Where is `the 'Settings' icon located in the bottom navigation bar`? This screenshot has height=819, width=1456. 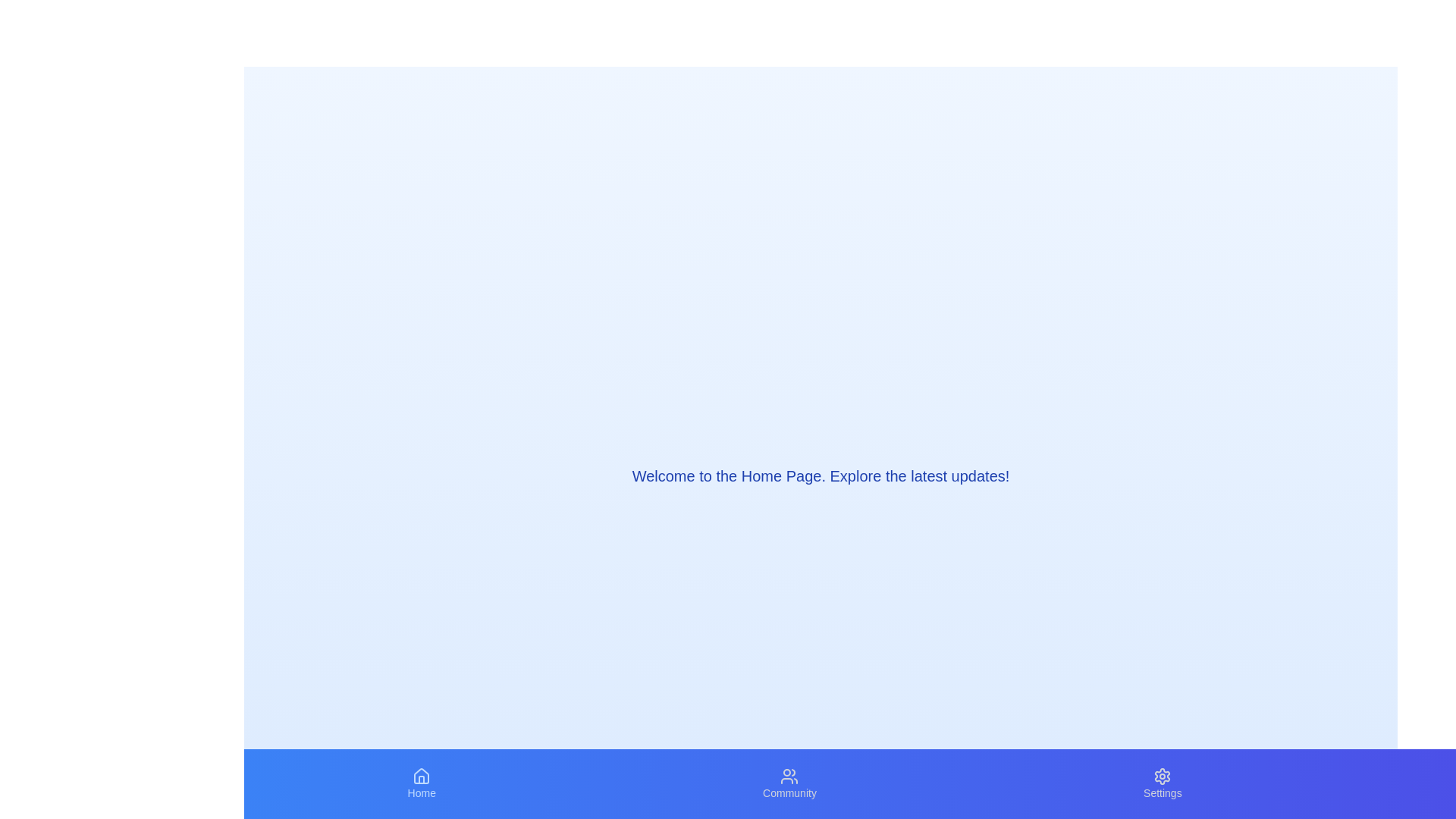 the 'Settings' icon located in the bottom navigation bar is located at coordinates (1162, 776).